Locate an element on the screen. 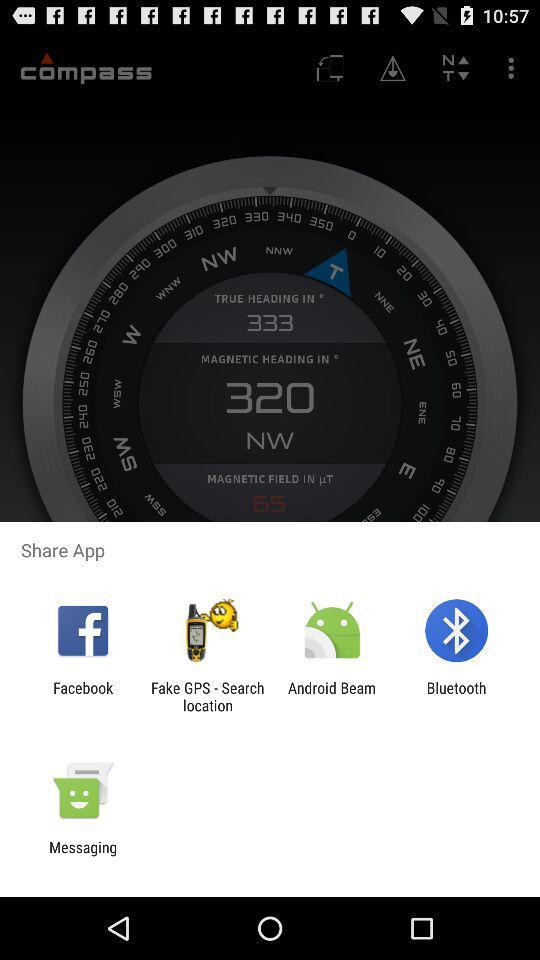 This screenshot has width=540, height=960. item next to bluetooth app is located at coordinates (332, 696).